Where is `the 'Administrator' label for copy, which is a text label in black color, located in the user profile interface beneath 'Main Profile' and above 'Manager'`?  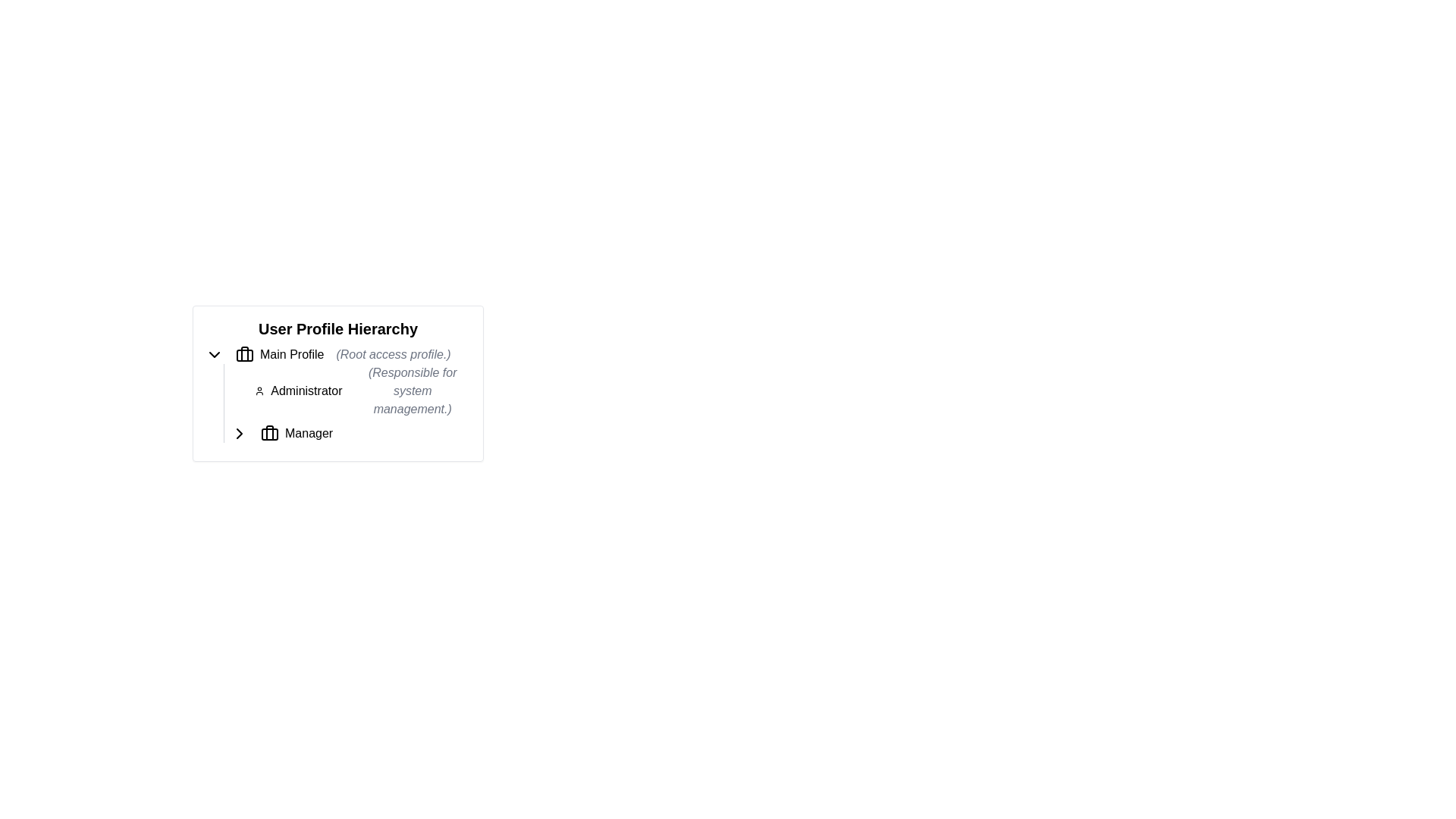
the 'Administrator' label for copy, which is a text label in black color, located in the user profile interface beneath 'Main Profile' and above 'Manager' is located at coordinates (306, 391).